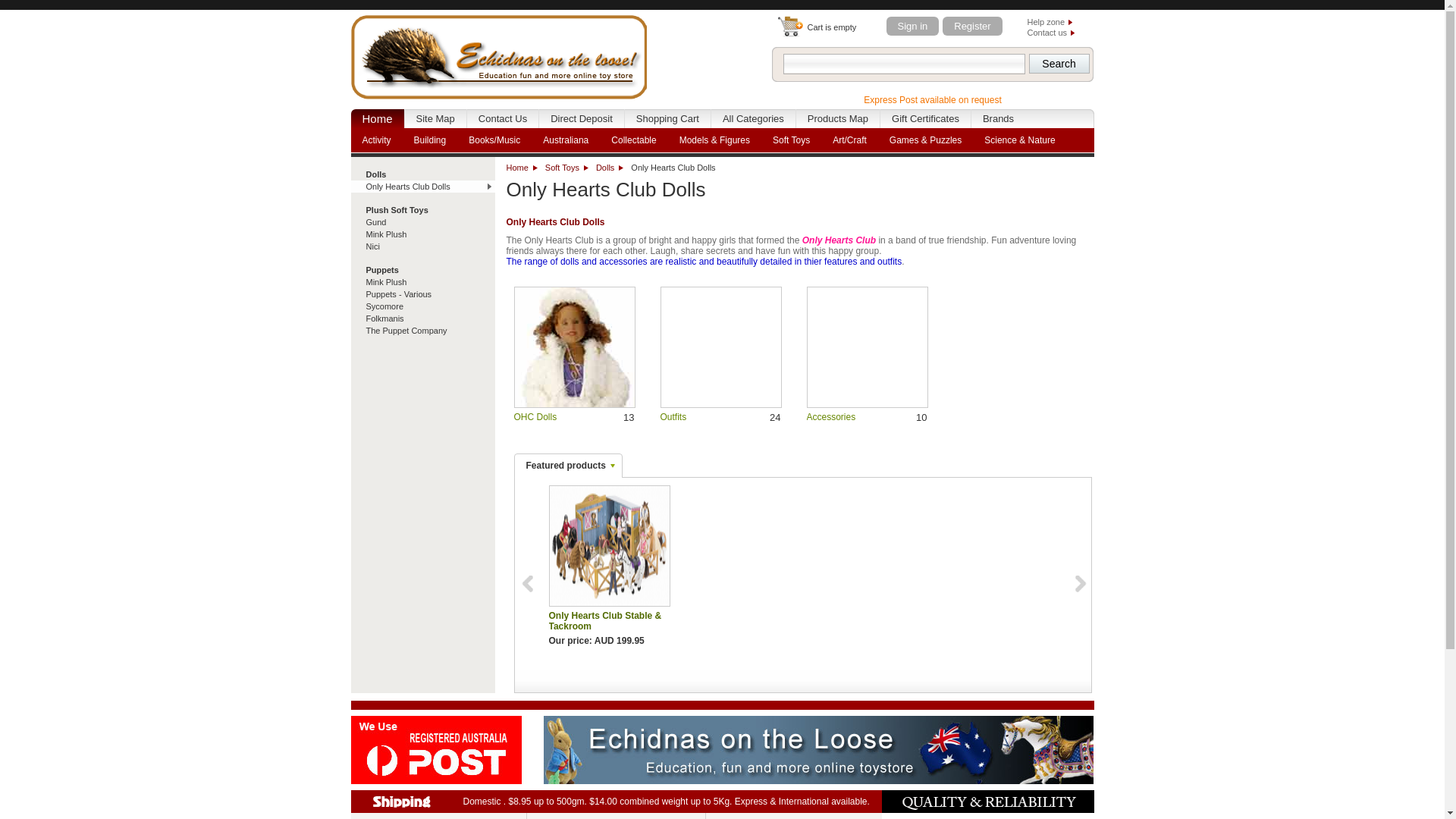 Image resolution: width=1456 pixels, height=819 pixels. Describe the element at coordinates (564, 140) in the screenshot. I see `'Australiana'` at that location.